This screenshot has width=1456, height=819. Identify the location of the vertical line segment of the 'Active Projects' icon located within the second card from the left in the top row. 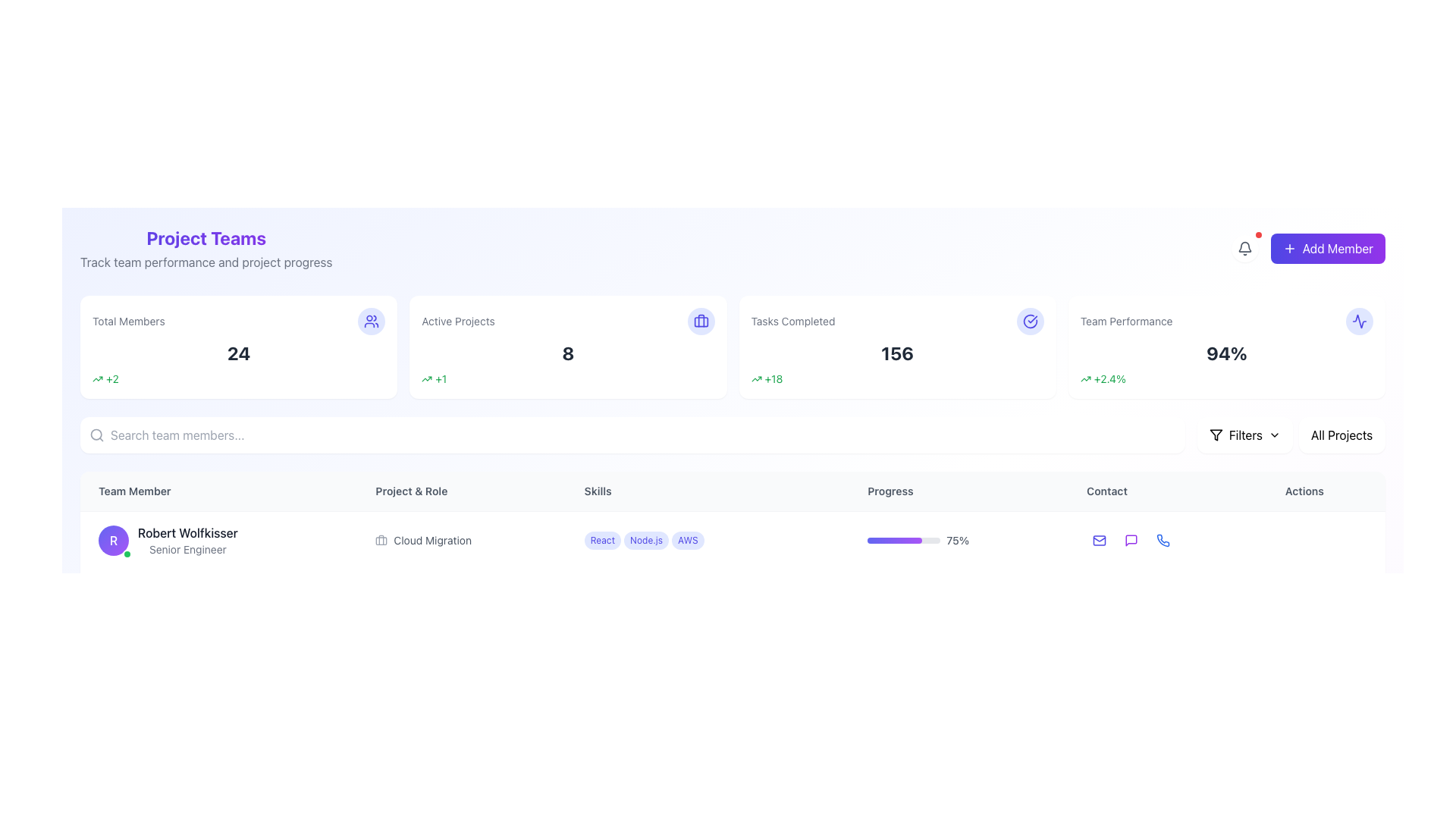
(700, 320).